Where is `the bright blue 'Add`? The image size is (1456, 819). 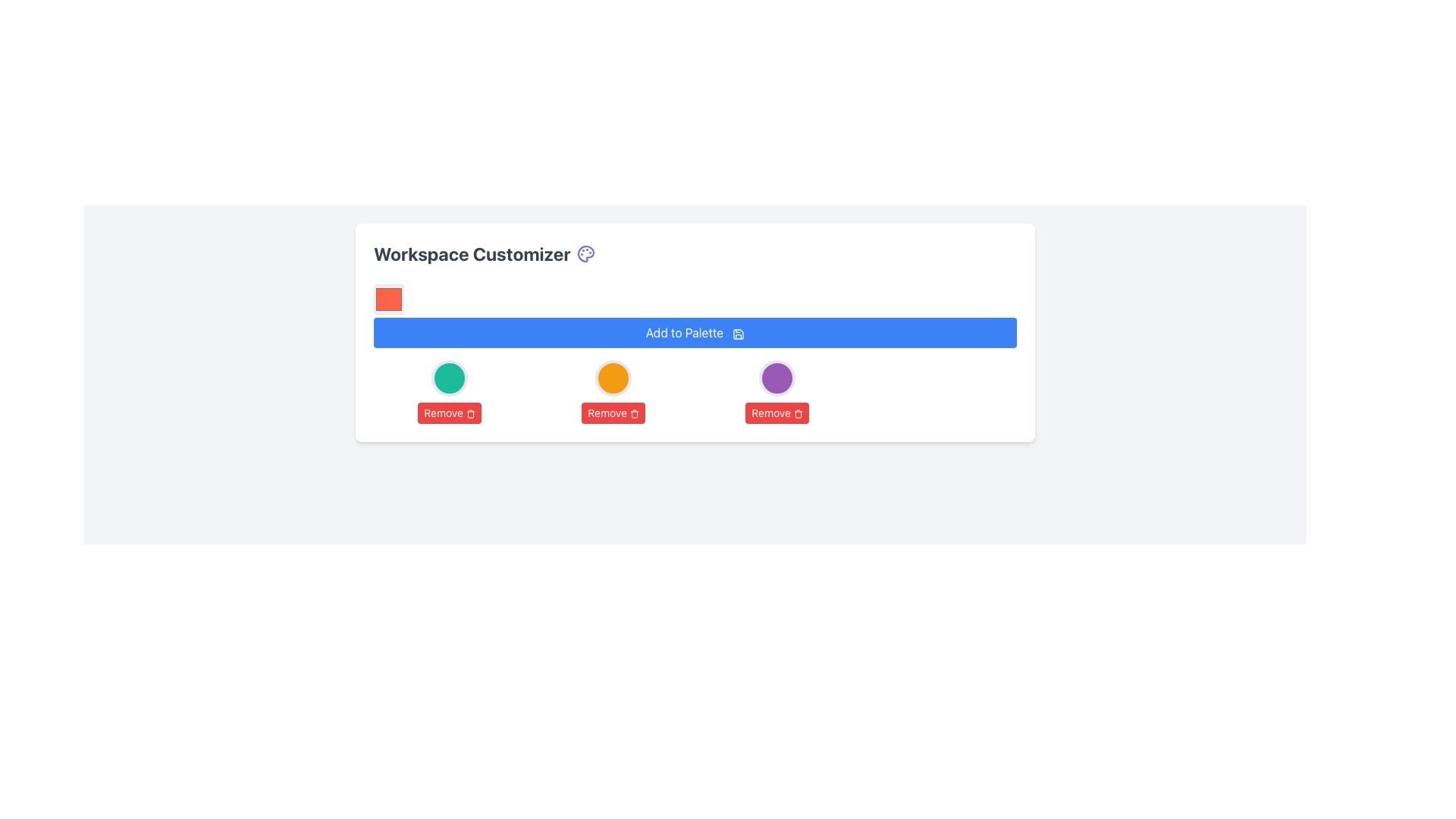 the bright blue 'Add is located at coordinates (694, 353).